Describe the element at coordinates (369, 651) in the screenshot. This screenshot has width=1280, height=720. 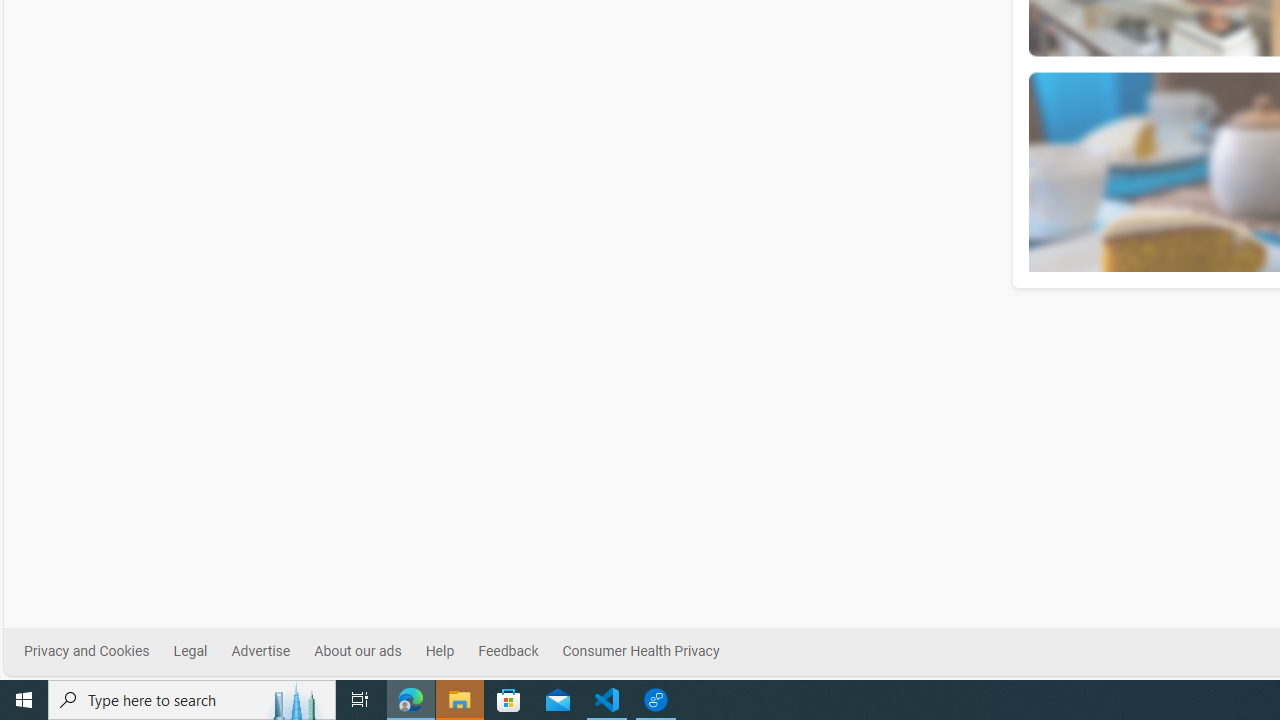
I see `'About our ads'` at that location.